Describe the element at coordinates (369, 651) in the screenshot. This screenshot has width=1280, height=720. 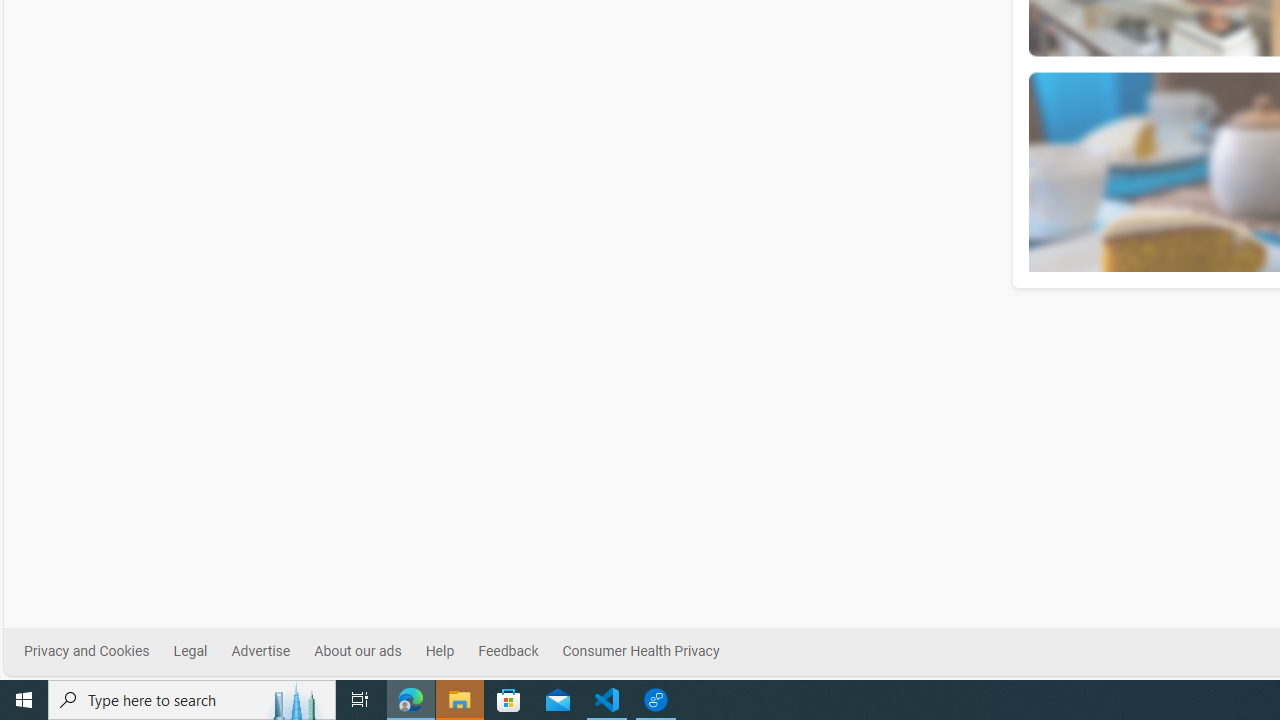
I see `'About our ads'` at that location.